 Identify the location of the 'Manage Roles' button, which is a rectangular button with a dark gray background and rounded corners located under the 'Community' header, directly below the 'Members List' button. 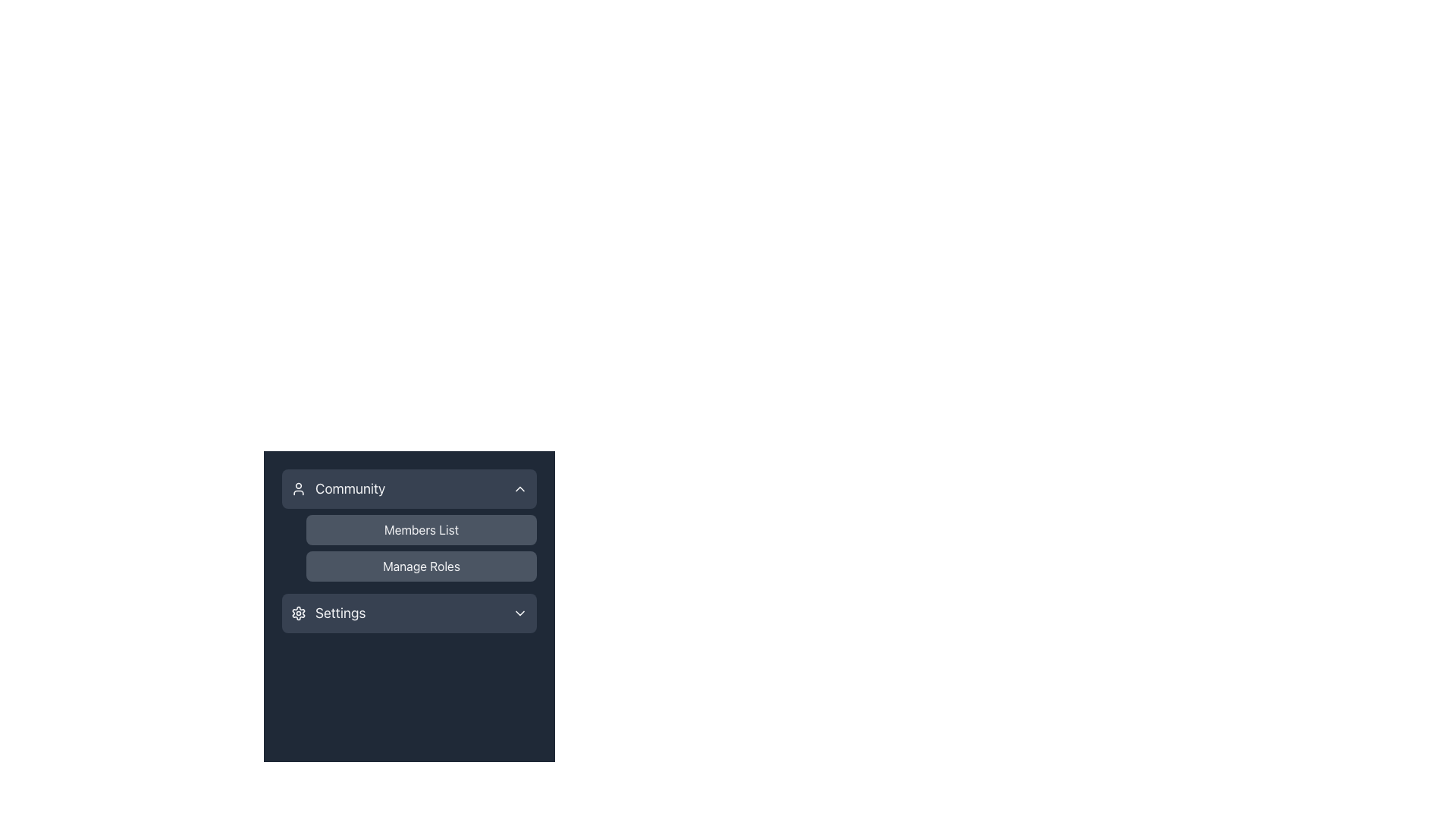
(422, 566).